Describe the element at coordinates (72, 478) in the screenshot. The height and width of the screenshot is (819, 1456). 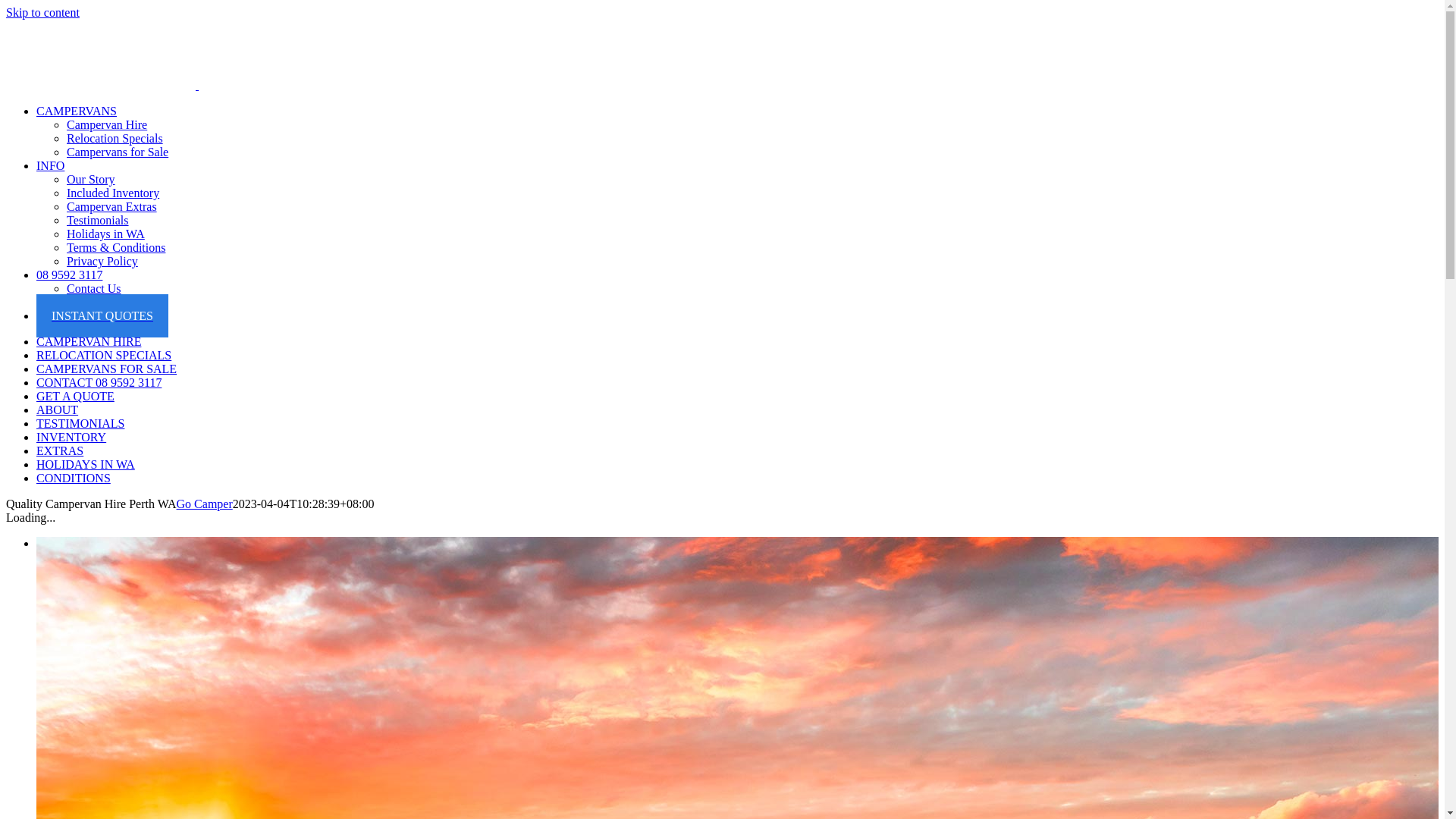
I see `'CONDITIONS'` at that location.